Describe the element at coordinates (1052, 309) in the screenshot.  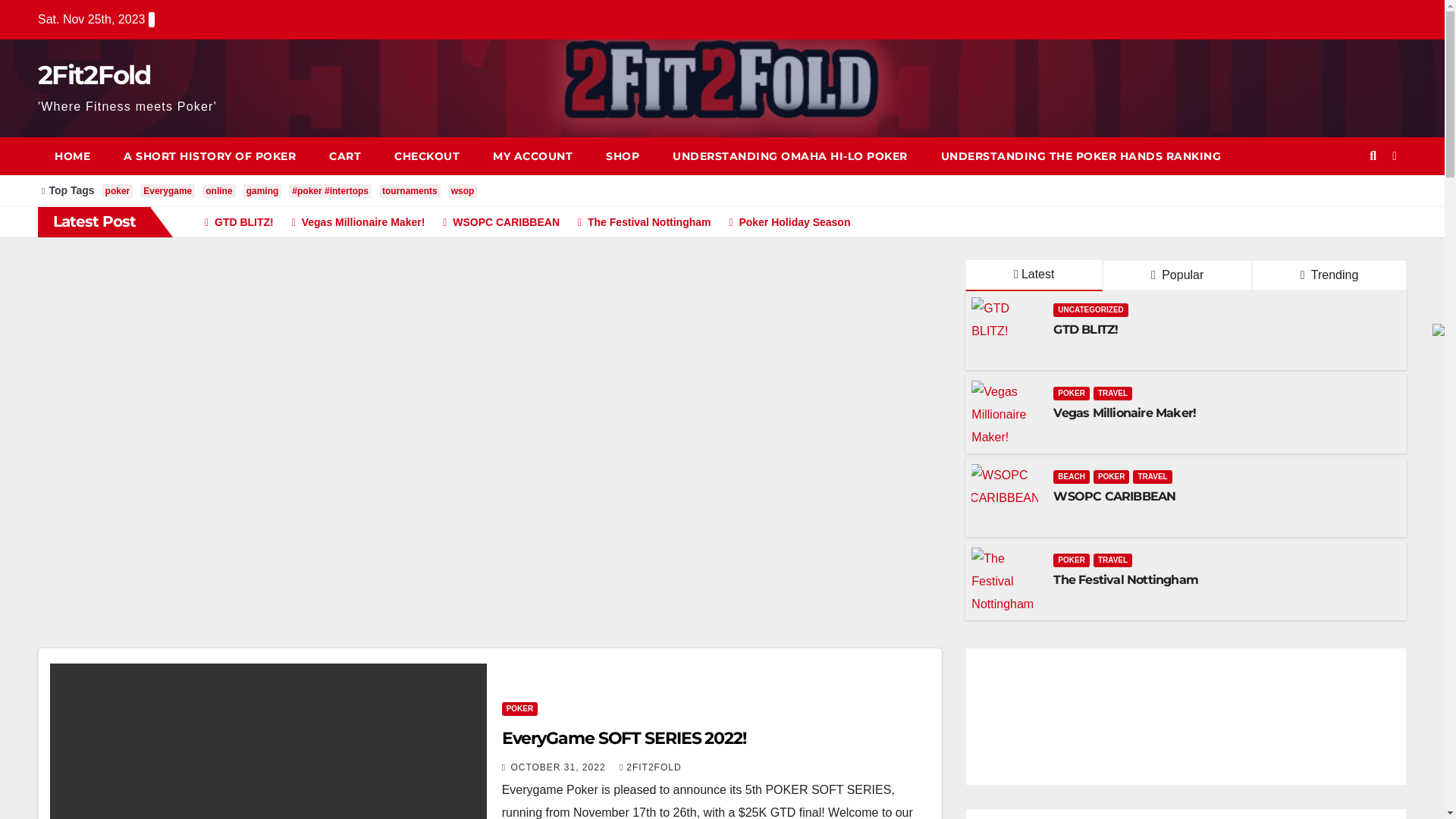
I see `'UNCATEGORIZED'` at that location.